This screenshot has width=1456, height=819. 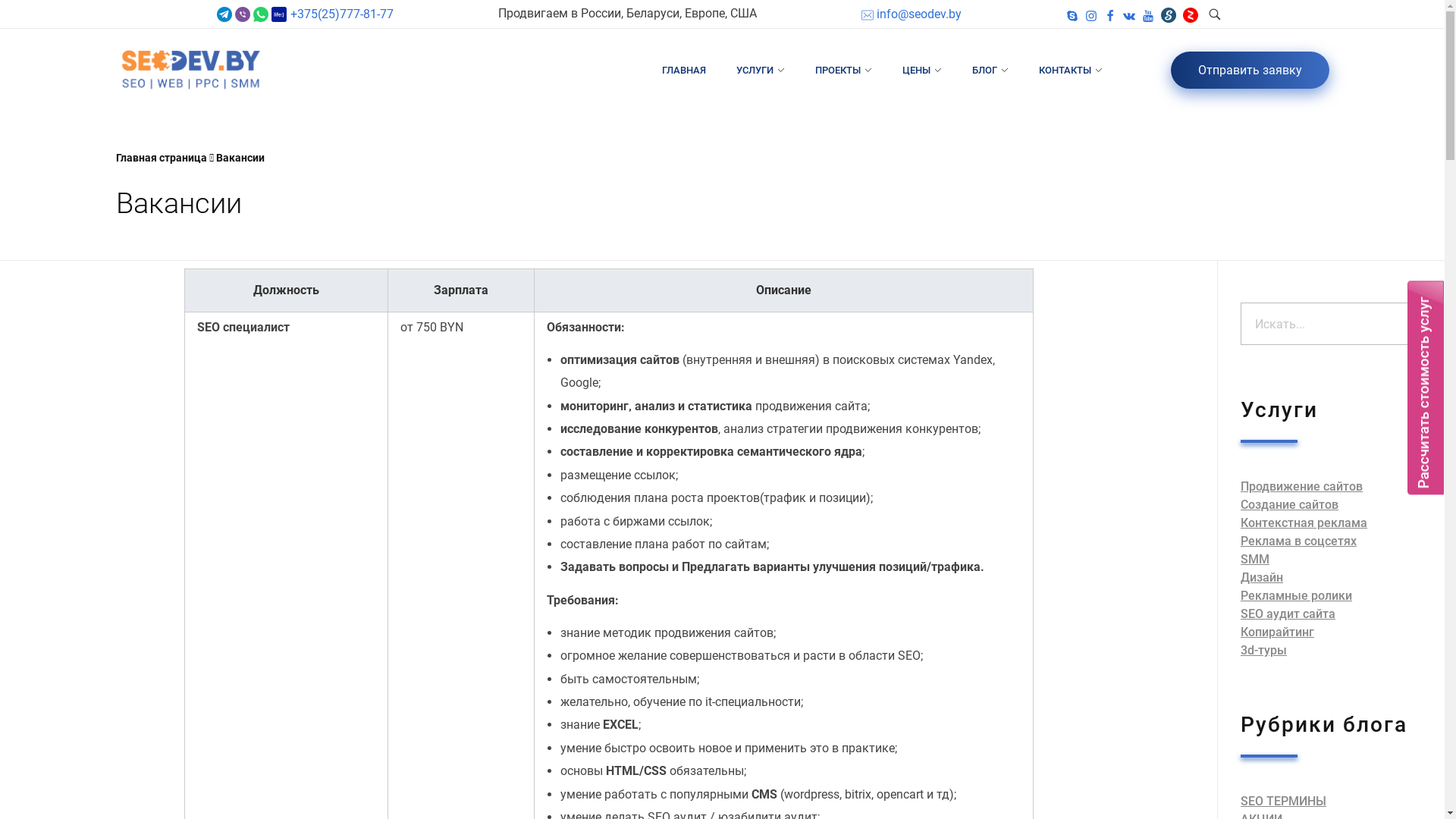 I want to click on 'SMM', so click(x=1241, y=559).